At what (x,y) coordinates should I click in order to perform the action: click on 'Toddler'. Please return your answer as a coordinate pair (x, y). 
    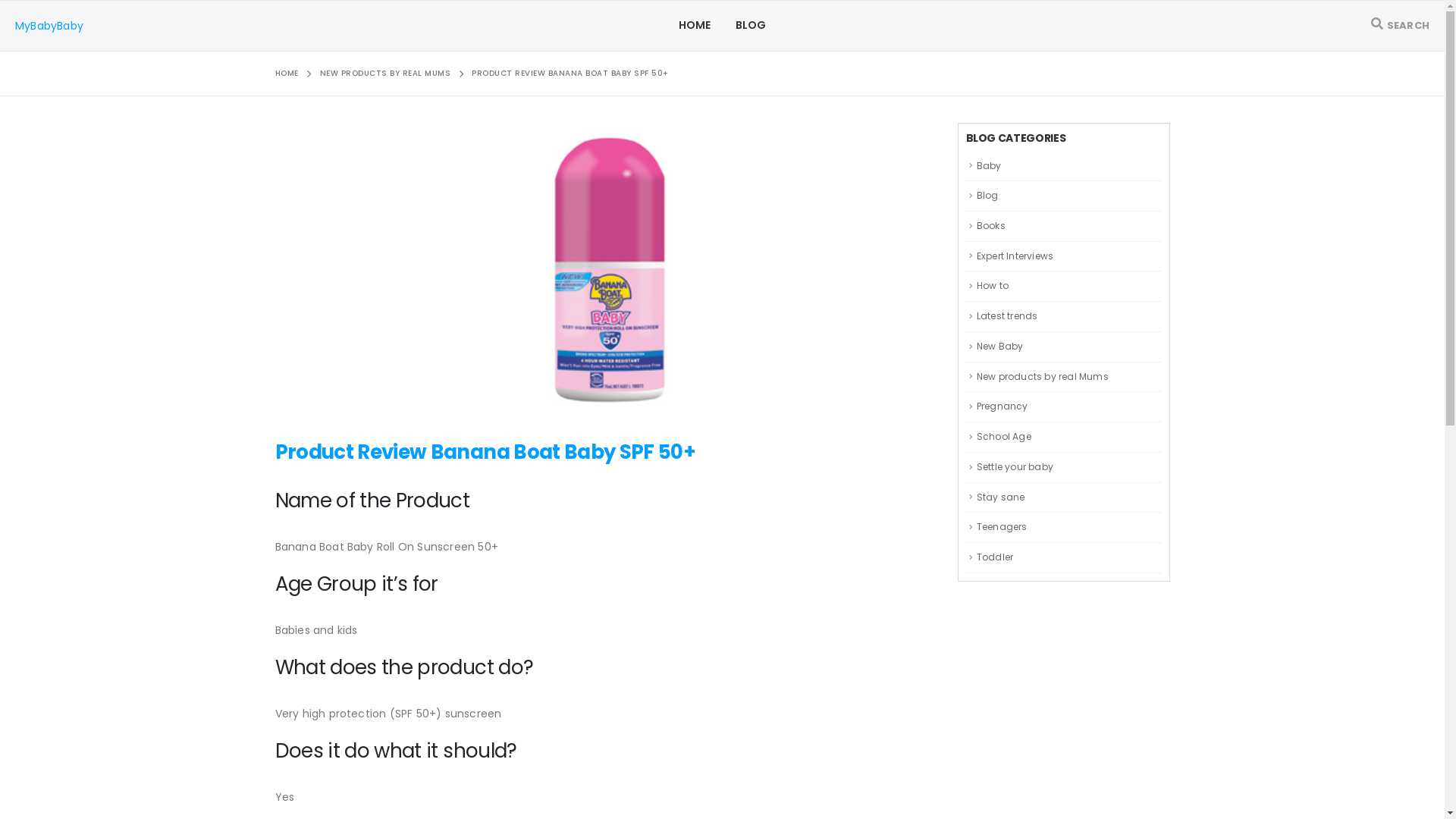
    Looking at the image, I should click on (994, 557).